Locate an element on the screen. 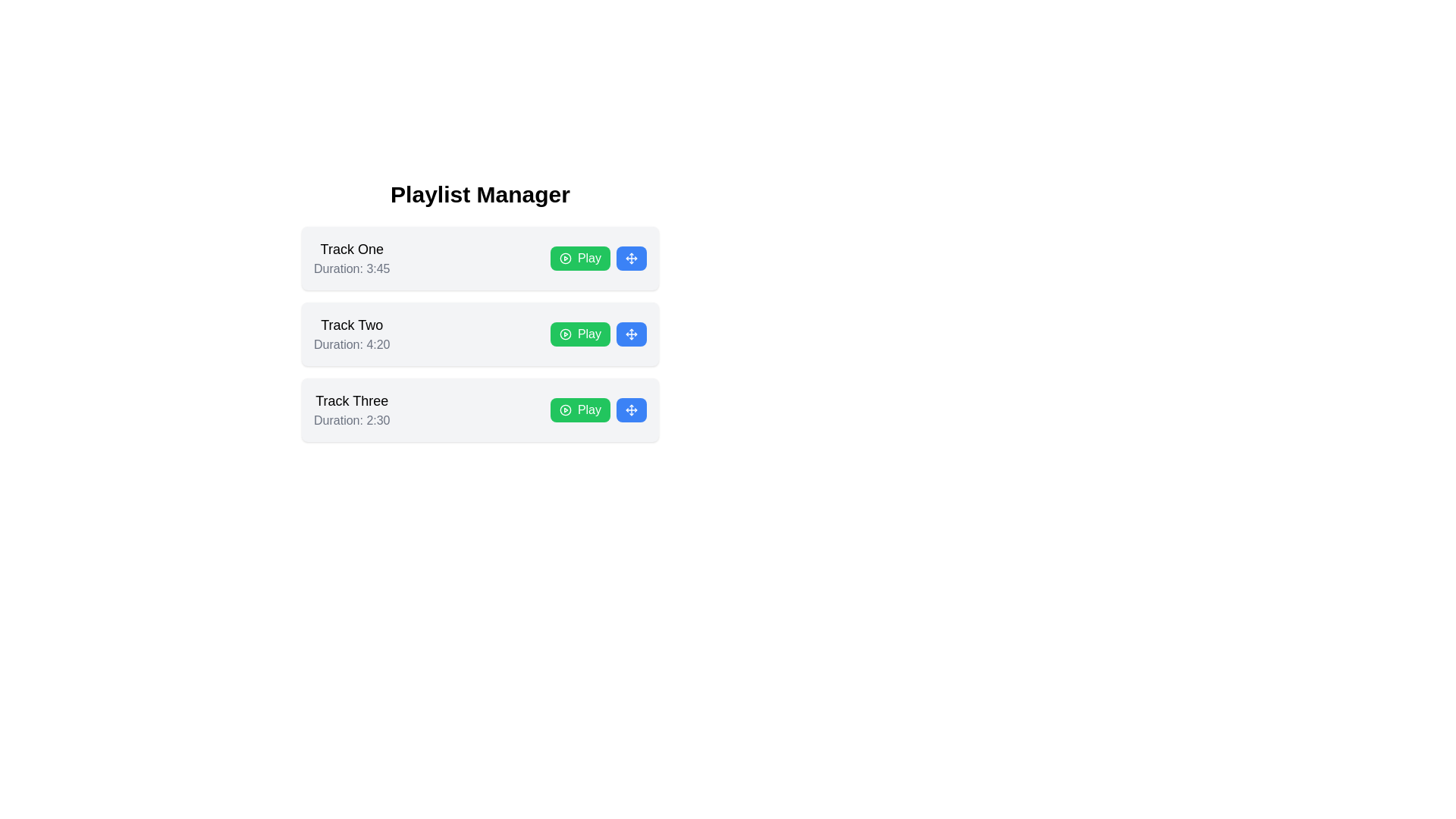  the static text label that serves as the title for the second track in the playlist, located above the text 'Duration: 4:20' is located at coordinates (351, 324).